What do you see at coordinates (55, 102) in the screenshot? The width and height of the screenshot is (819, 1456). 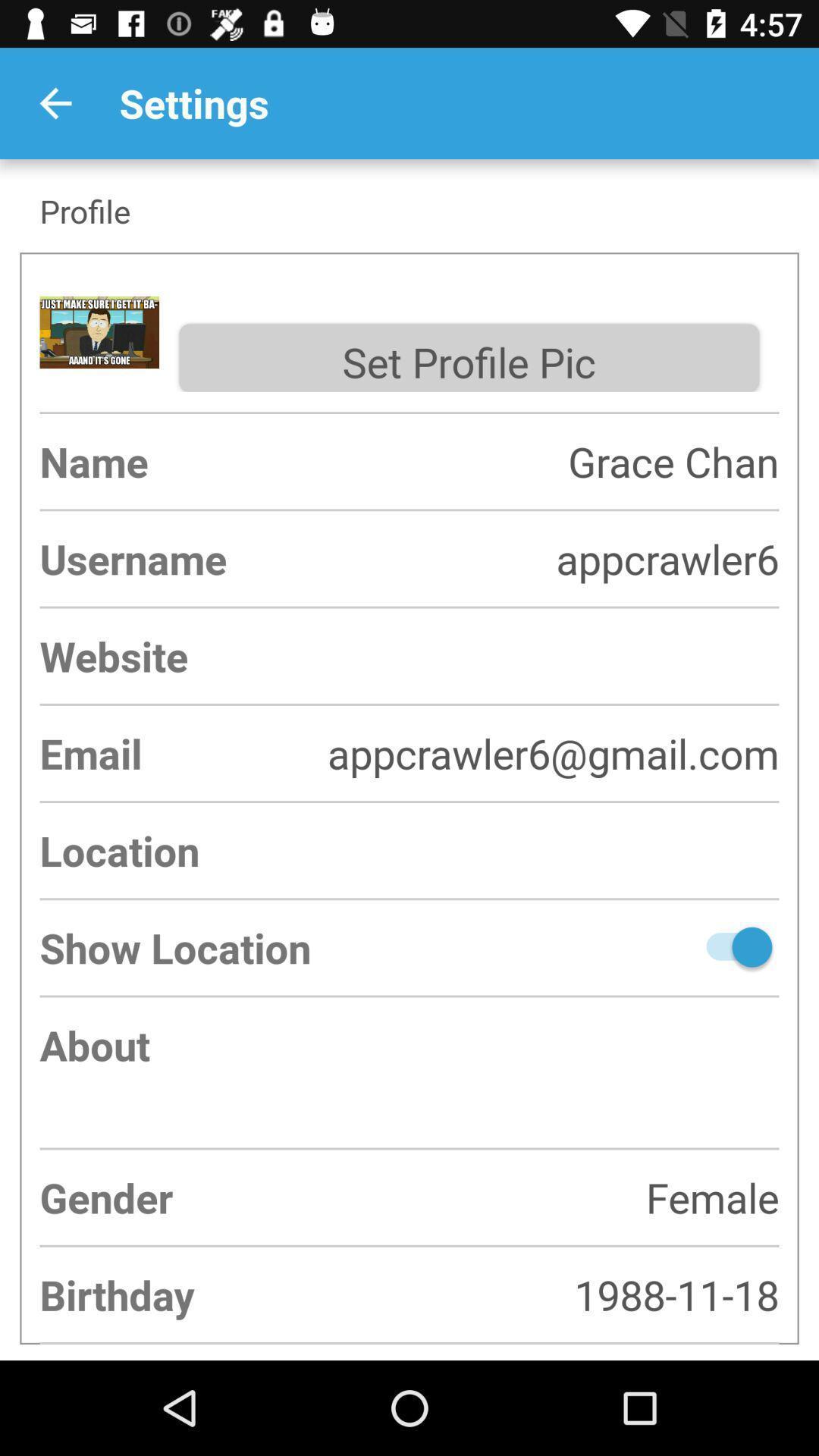 I see `app to the left of the settings icon` at bounding box center [55, 102].